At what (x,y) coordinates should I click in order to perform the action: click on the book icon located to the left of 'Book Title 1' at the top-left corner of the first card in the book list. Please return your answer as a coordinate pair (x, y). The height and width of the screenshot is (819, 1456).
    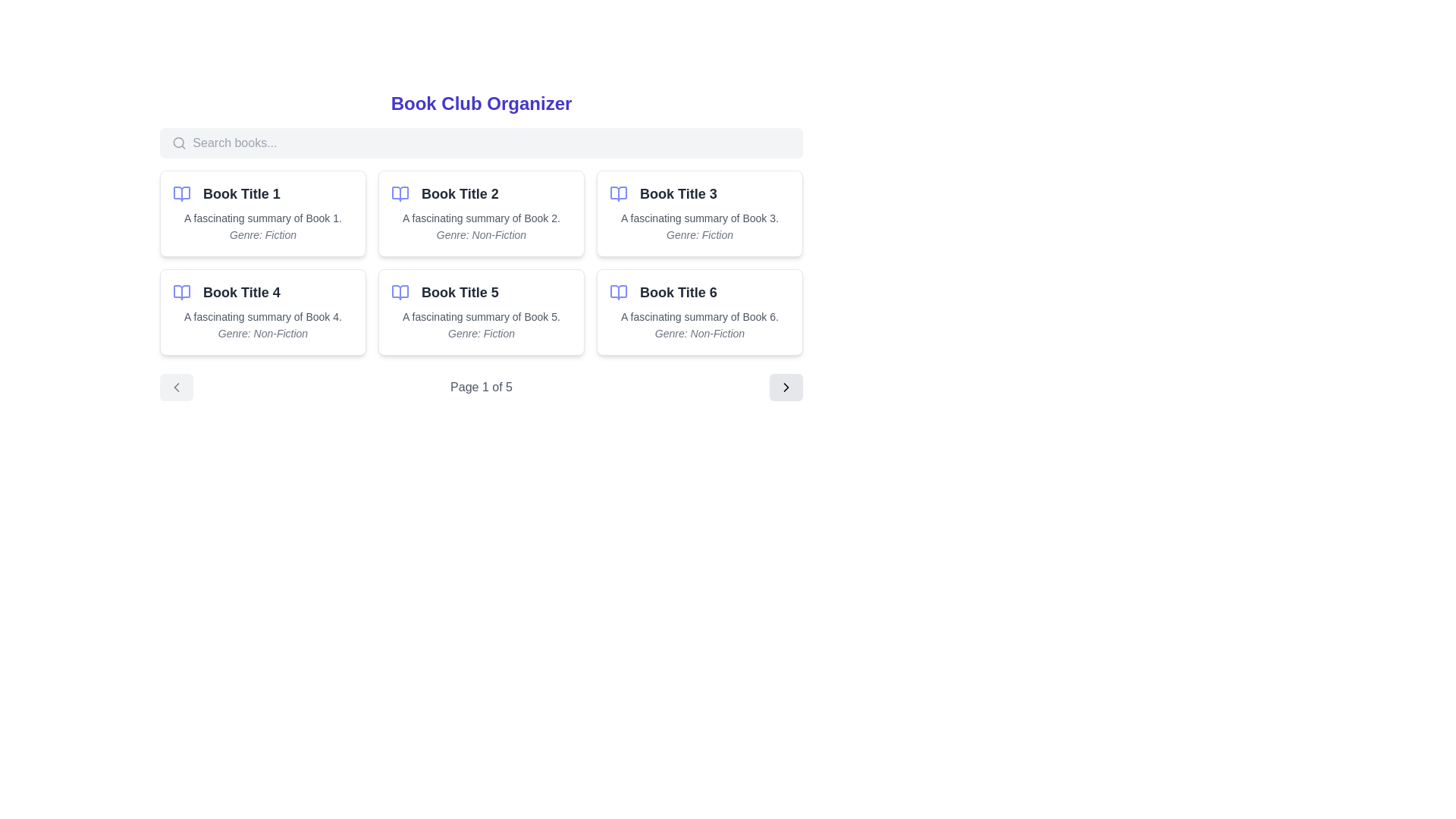
    Looking at the image, I should click on (182, 193).